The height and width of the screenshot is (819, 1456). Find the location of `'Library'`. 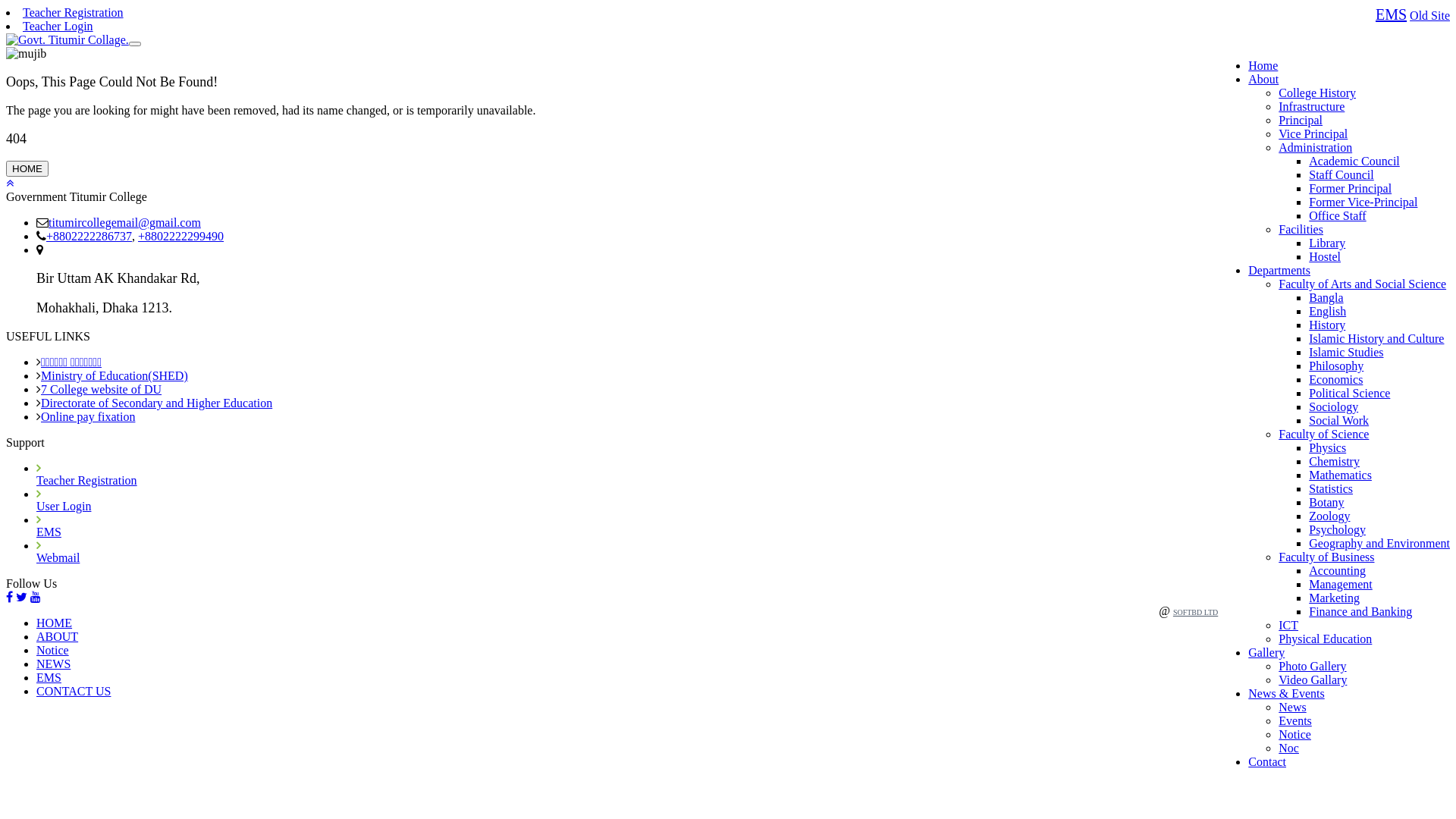

'Library' is located at coordinates (1326, 242).